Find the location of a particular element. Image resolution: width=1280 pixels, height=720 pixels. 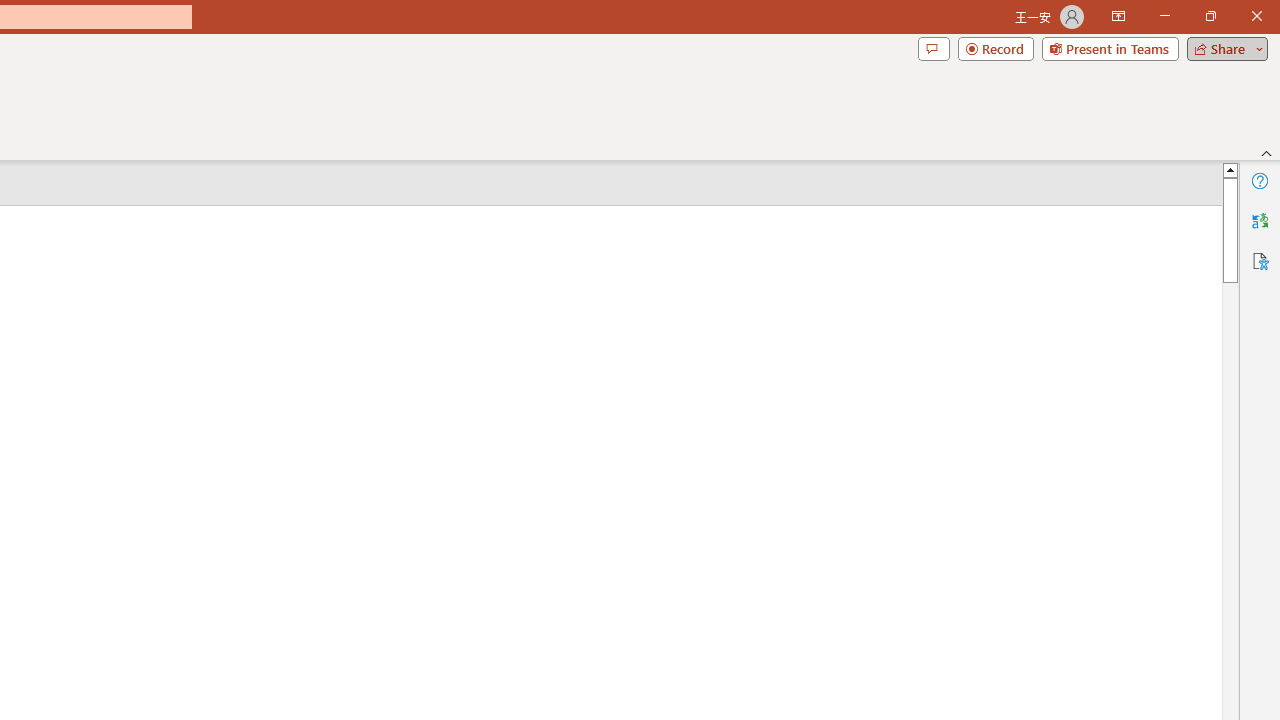

'Translator' is located at coordinates (1259, 221).